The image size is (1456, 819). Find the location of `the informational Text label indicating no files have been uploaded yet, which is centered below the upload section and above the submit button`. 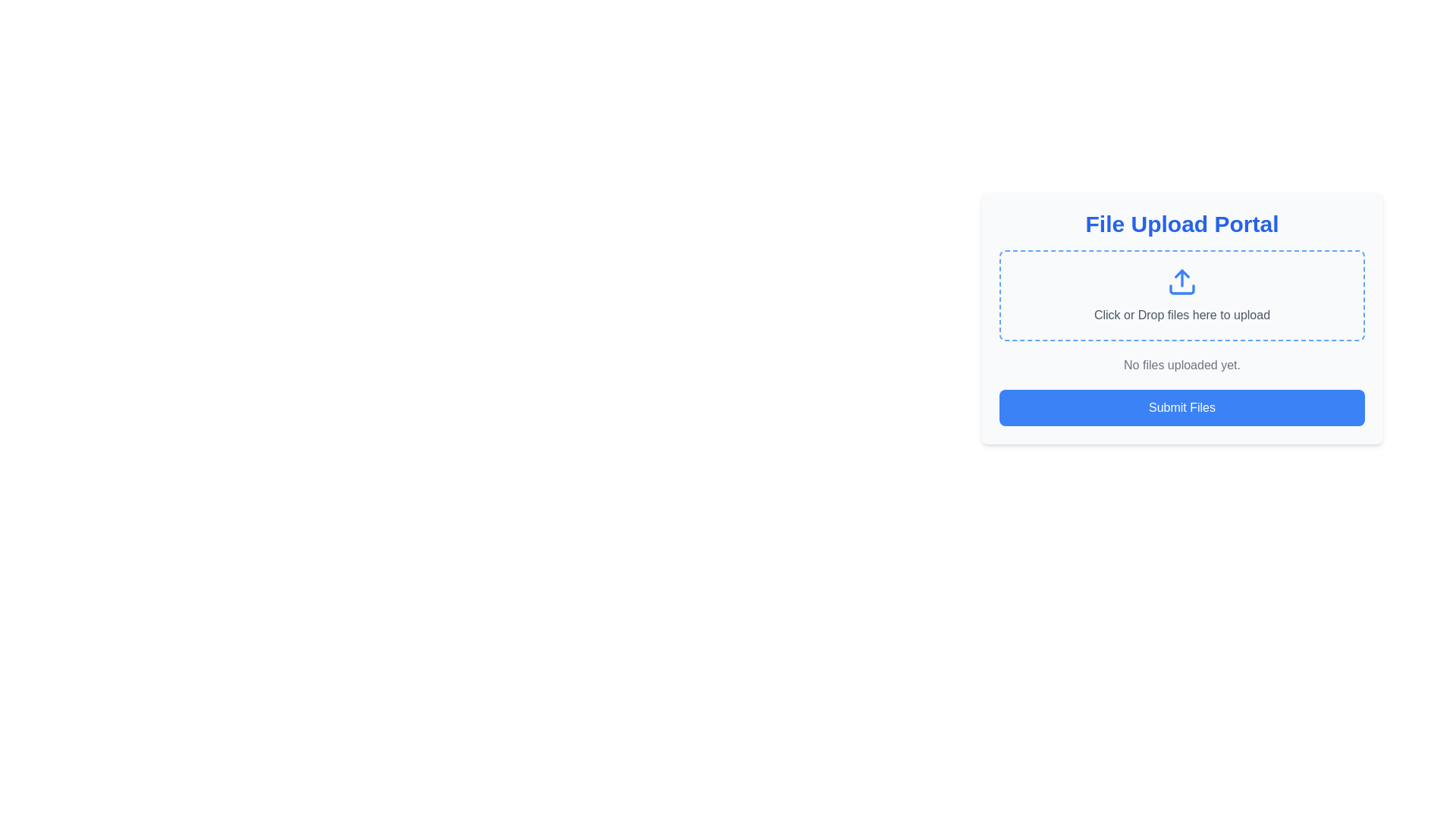

the informational Text label indicating no files have been uploaded yet, which is centered below the upload section and above the submit button is located at coordinates (1181, 366).